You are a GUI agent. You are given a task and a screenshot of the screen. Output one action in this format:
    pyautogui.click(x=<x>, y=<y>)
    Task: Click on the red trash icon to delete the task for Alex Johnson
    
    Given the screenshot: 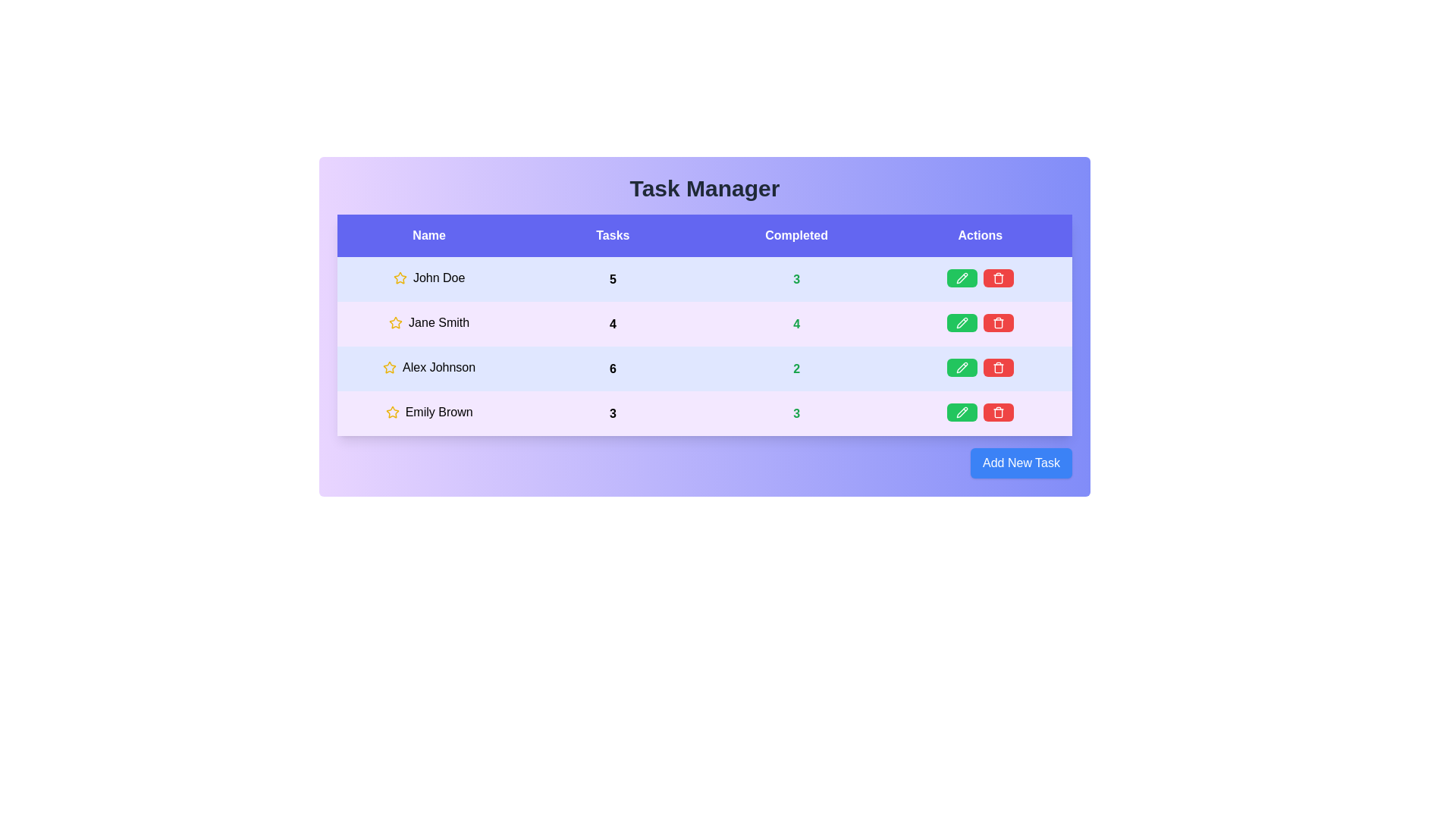 What is the action you would take?
    pyautogui.click(x=998, y=368)
    